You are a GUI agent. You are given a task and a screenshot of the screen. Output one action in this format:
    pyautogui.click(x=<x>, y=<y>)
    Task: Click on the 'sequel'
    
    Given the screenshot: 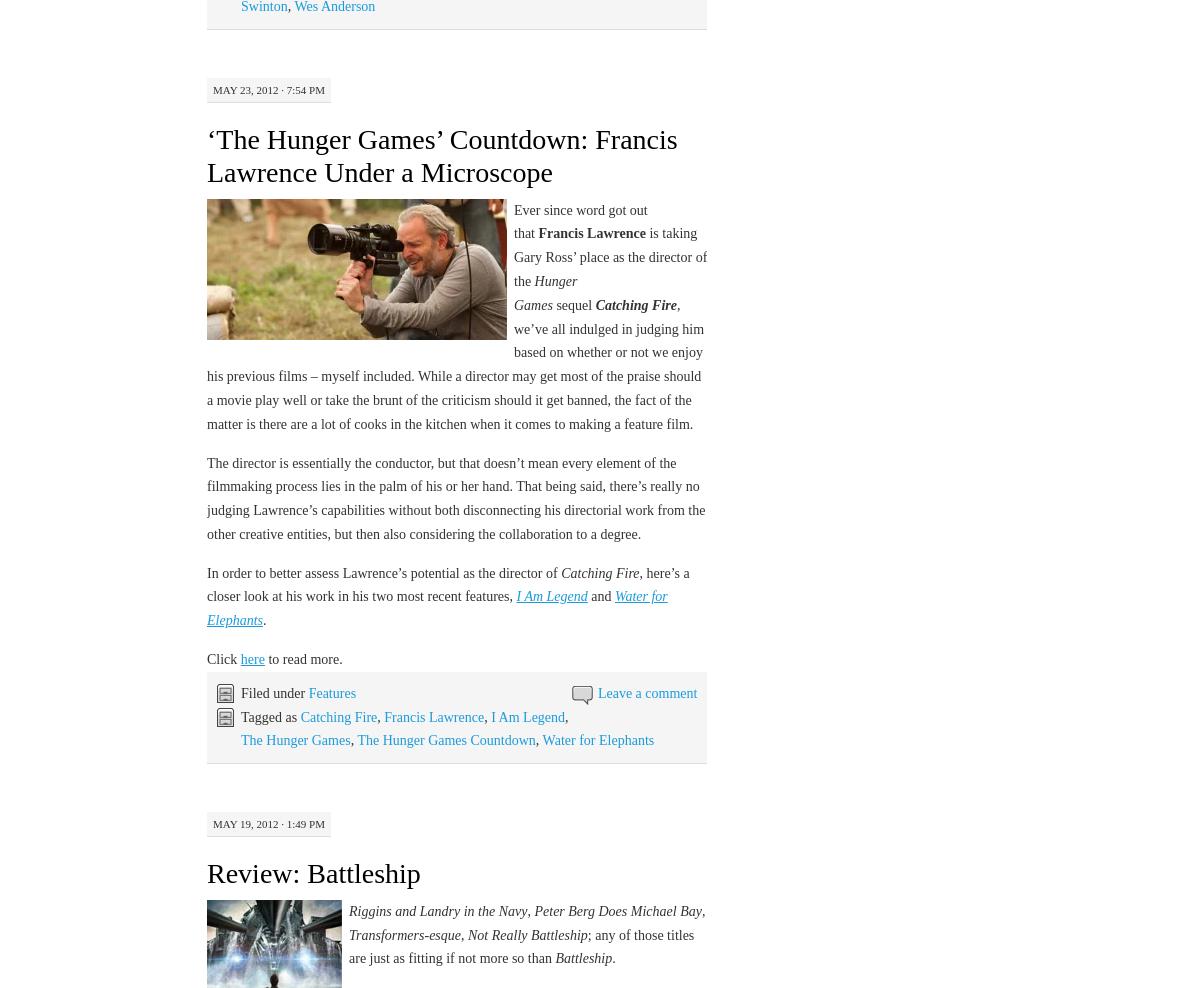 What is the action you would take?
    pyautogui.click(x=573, y=303)
    